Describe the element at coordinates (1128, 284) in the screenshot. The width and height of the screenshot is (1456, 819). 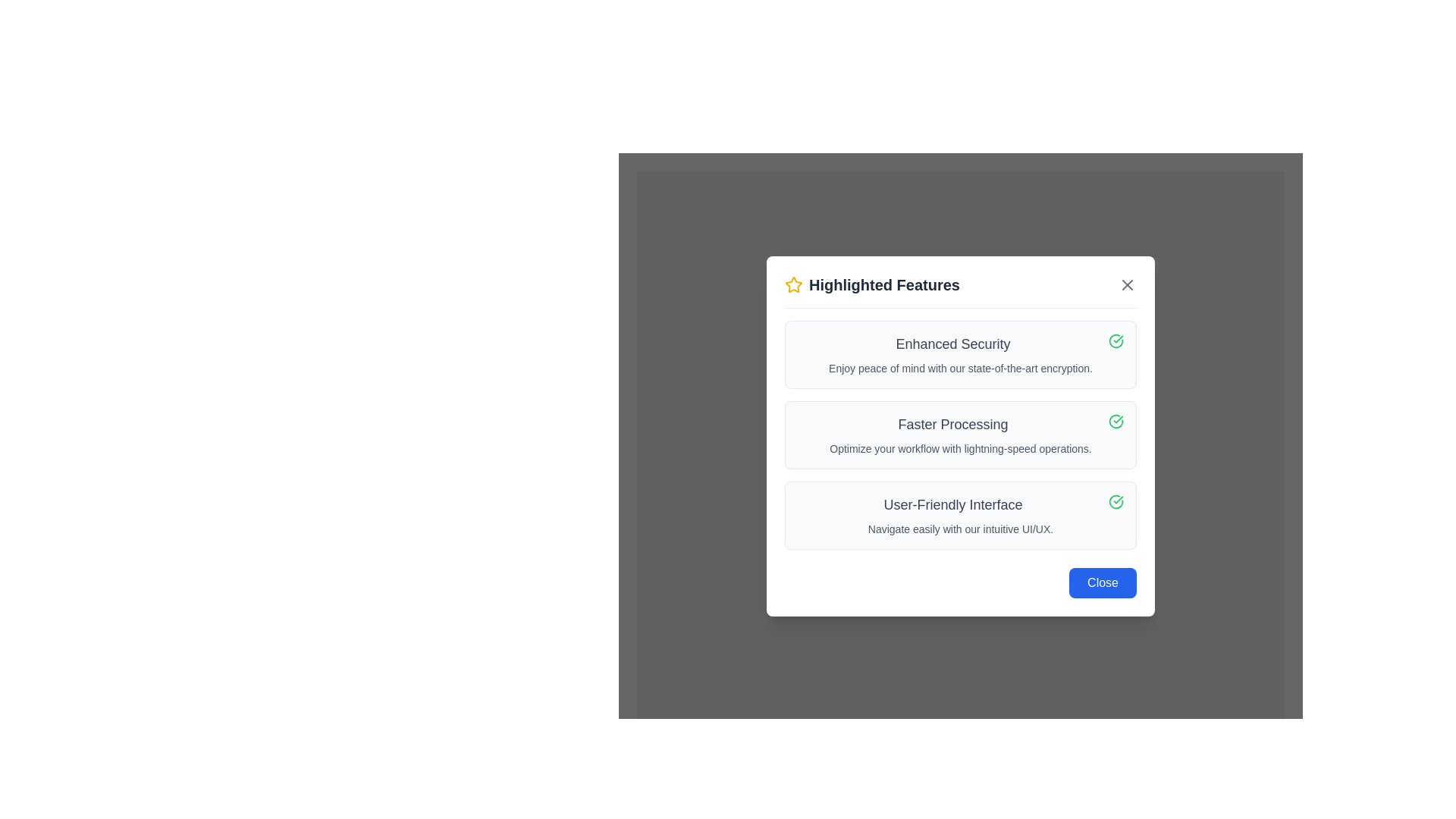
I see `the close button located at the top-right corner of the dialog box header to change its color indication` at that location.